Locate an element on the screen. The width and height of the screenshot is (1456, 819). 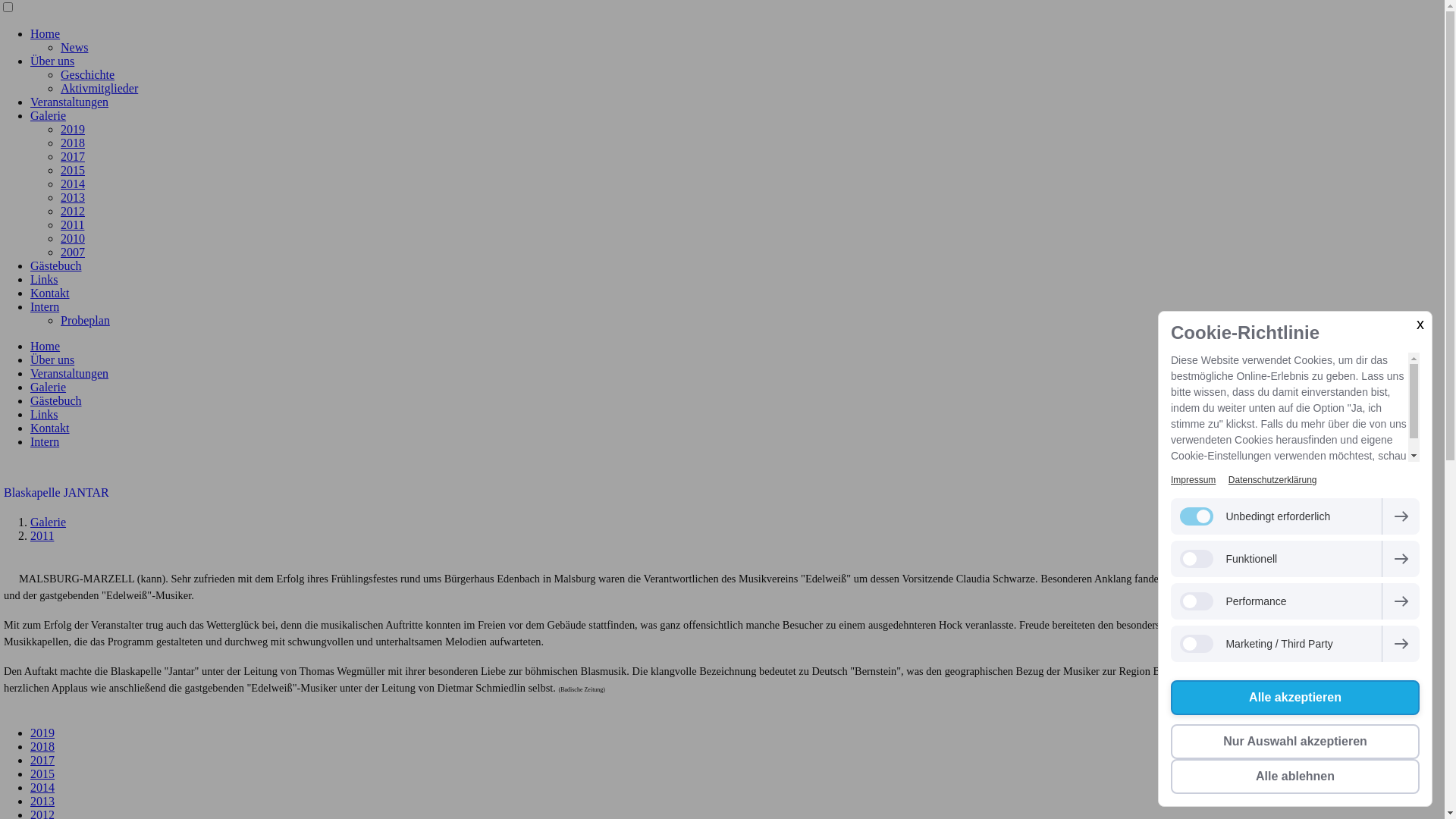
'Aktivmitglieder' is located at coordinates (98, 88).